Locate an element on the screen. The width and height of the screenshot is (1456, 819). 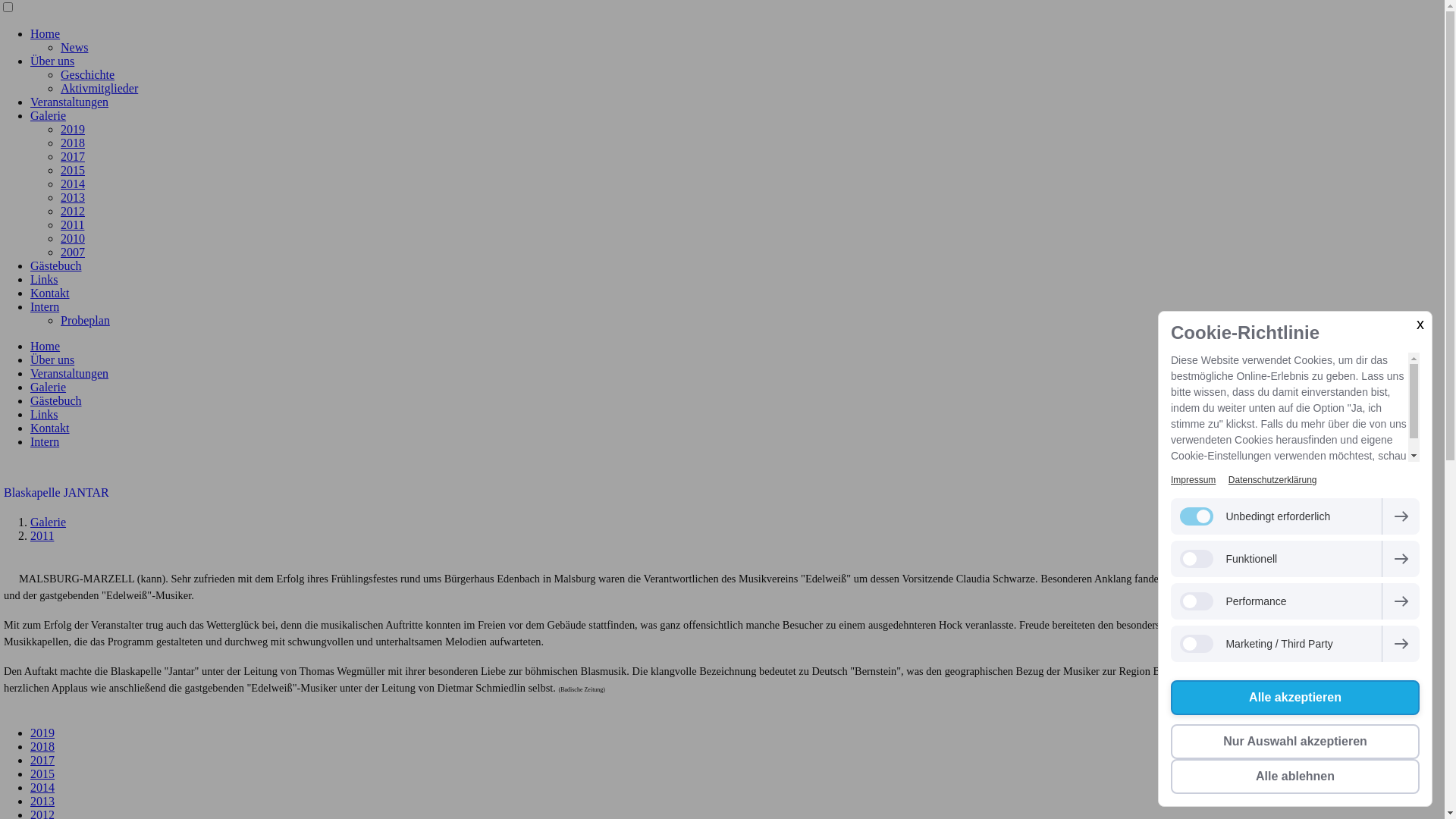
'Aktivmitglieder' is located at coordinates (98, 88).